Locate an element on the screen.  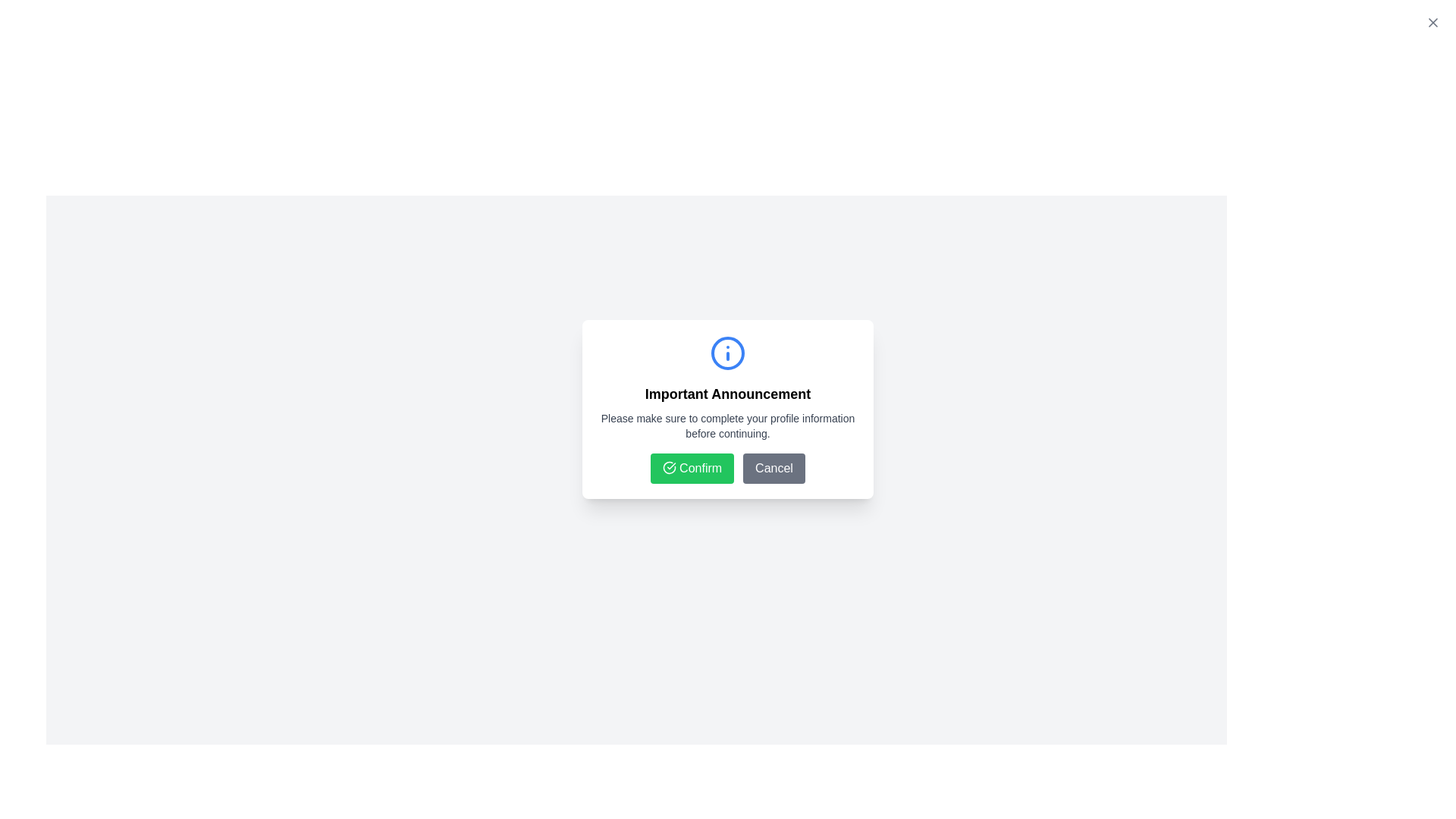
the informational static text that instructs the user to complete their profile information, located below the 'Important Announcement' title in the modal dialog is located at coordinates (728, 426).